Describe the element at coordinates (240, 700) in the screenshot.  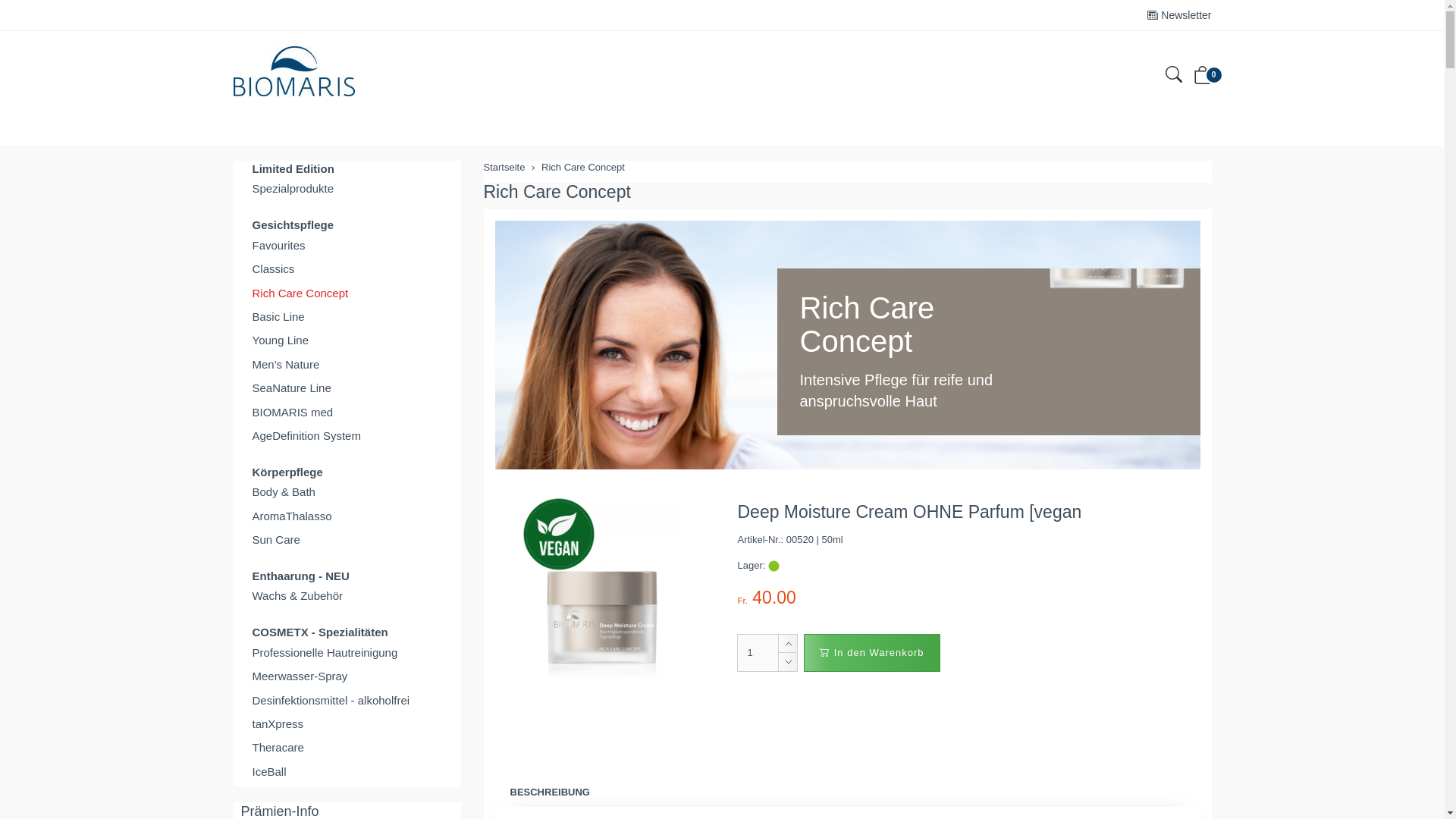
I see `'Desinfektionsmittel - alkoholfrei'` at that location.